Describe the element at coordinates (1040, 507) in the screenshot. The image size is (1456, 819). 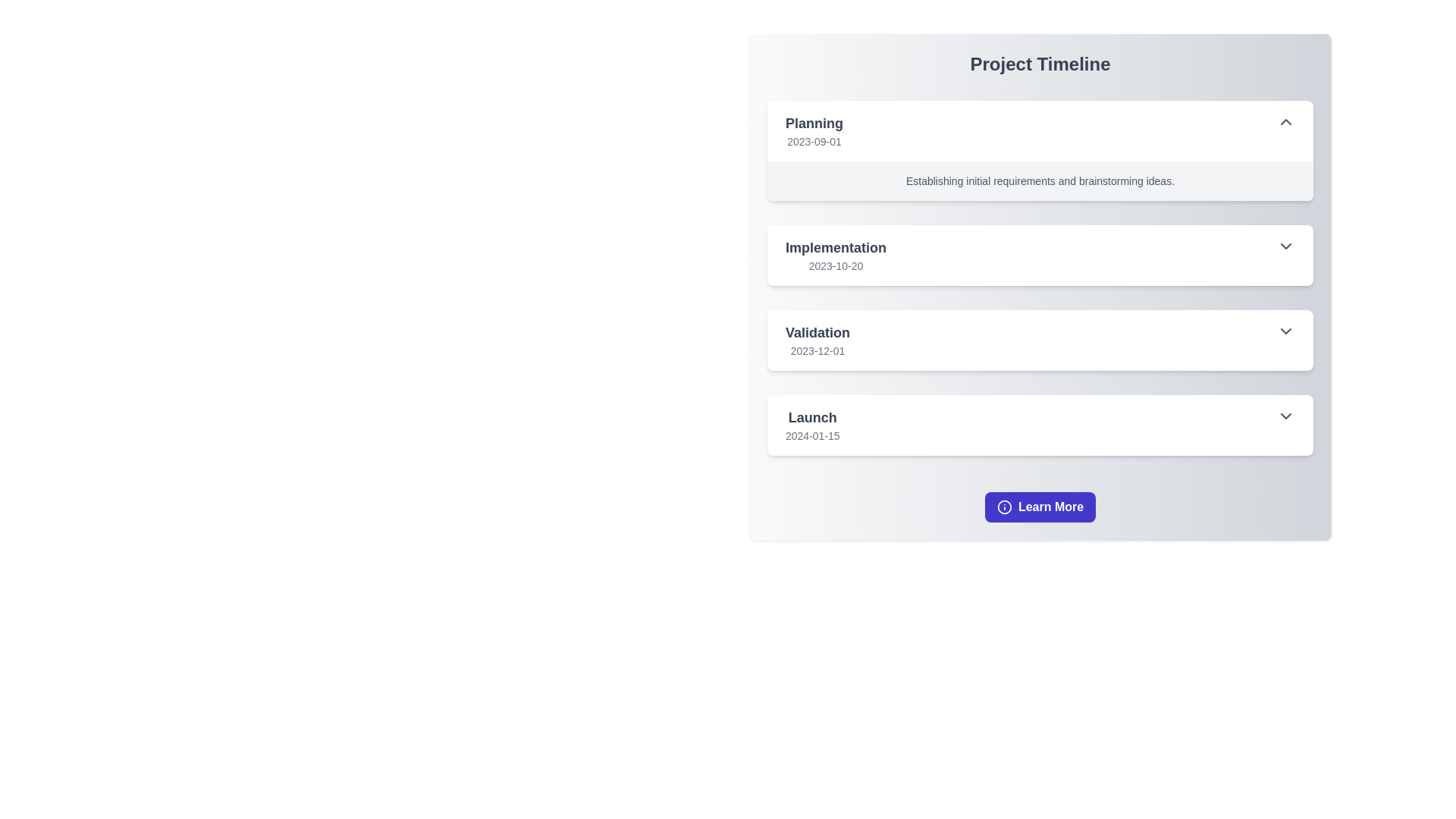
I see `the 'Learn More' button styled with an indigo background and white text, located at the bottom of the 'Project Timeline' section` at that location.